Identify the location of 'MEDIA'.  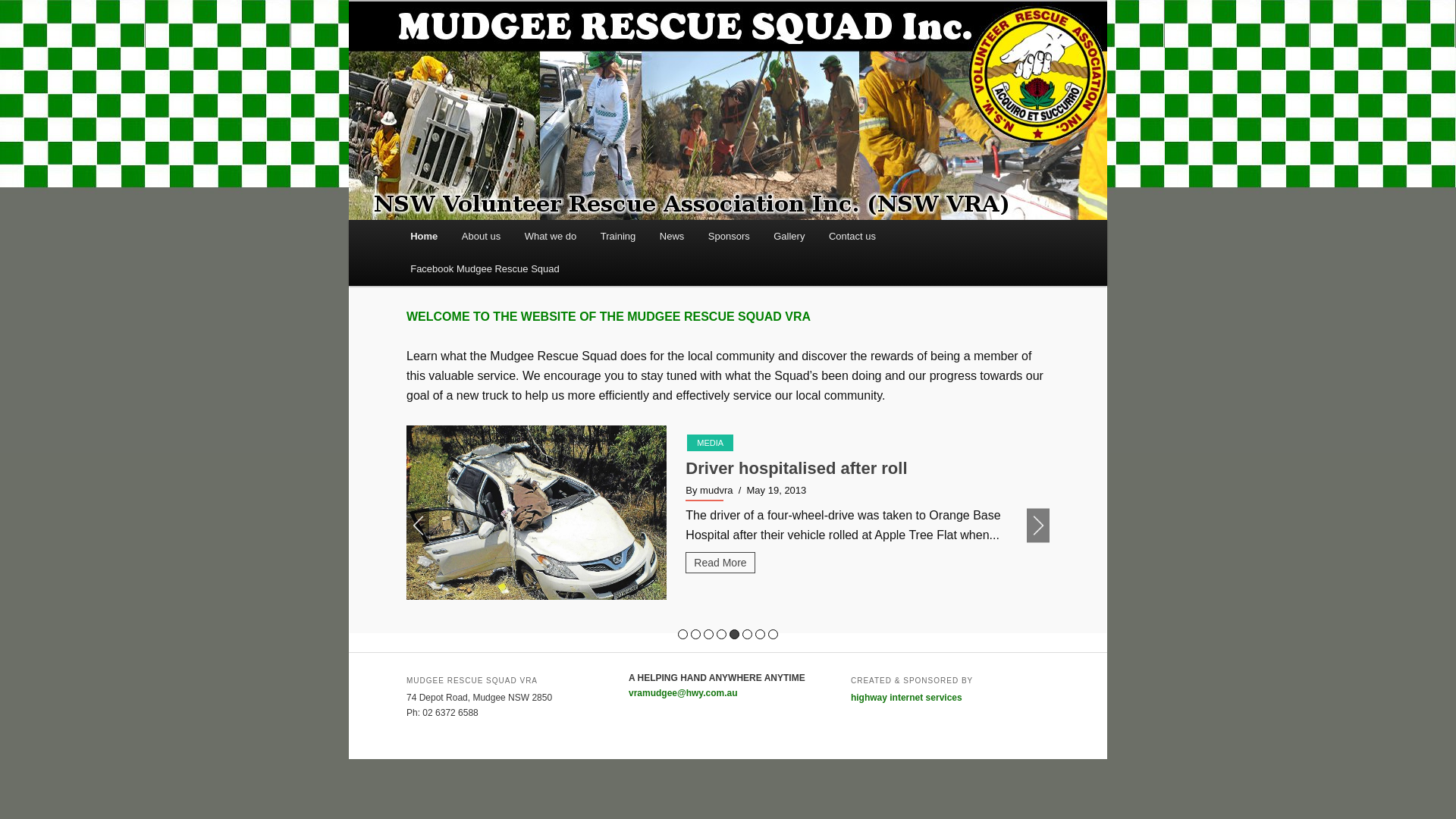
(709, 442).